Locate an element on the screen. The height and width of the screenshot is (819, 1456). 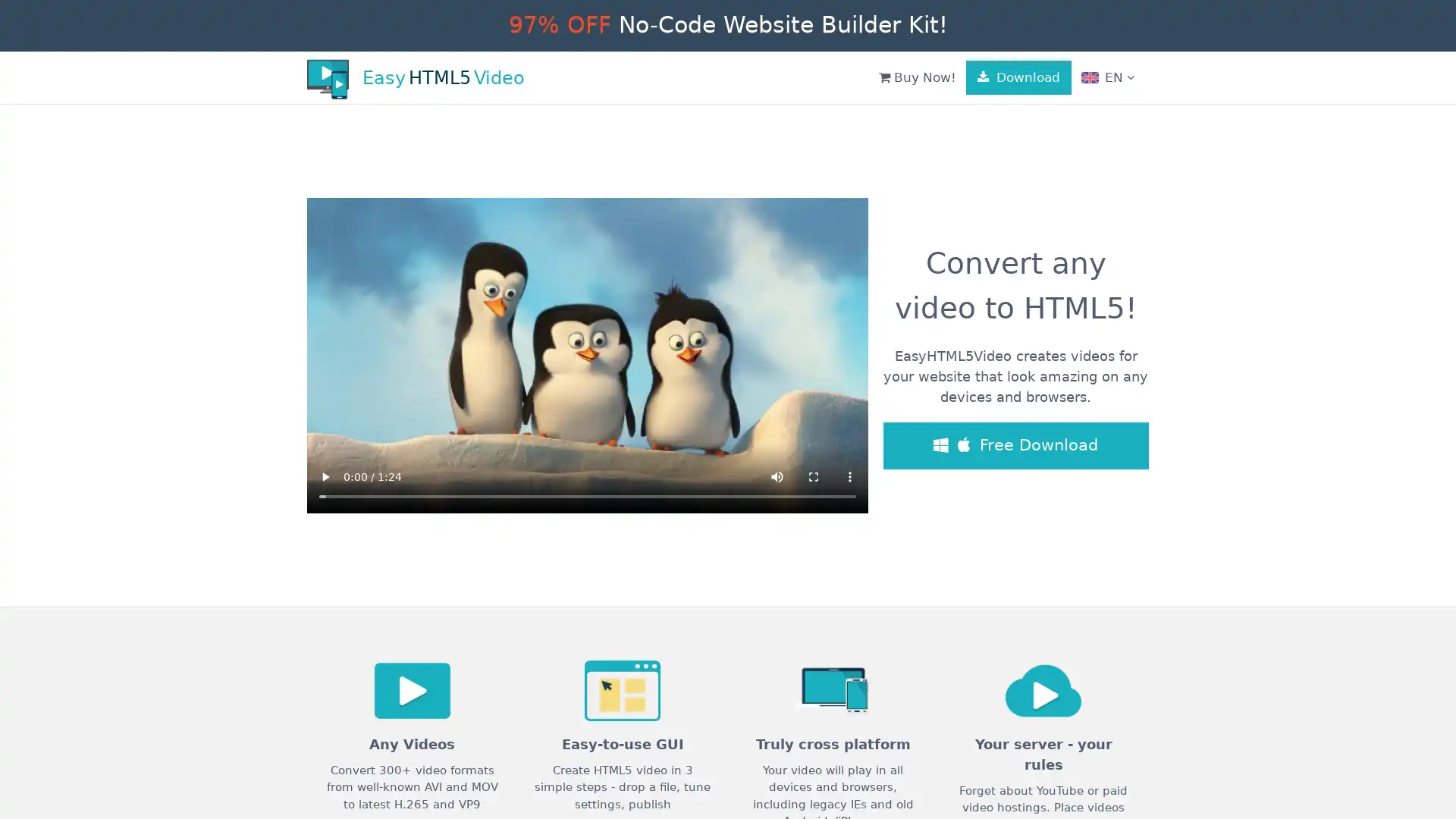
enter full screen is located at coordinates (813, 475).